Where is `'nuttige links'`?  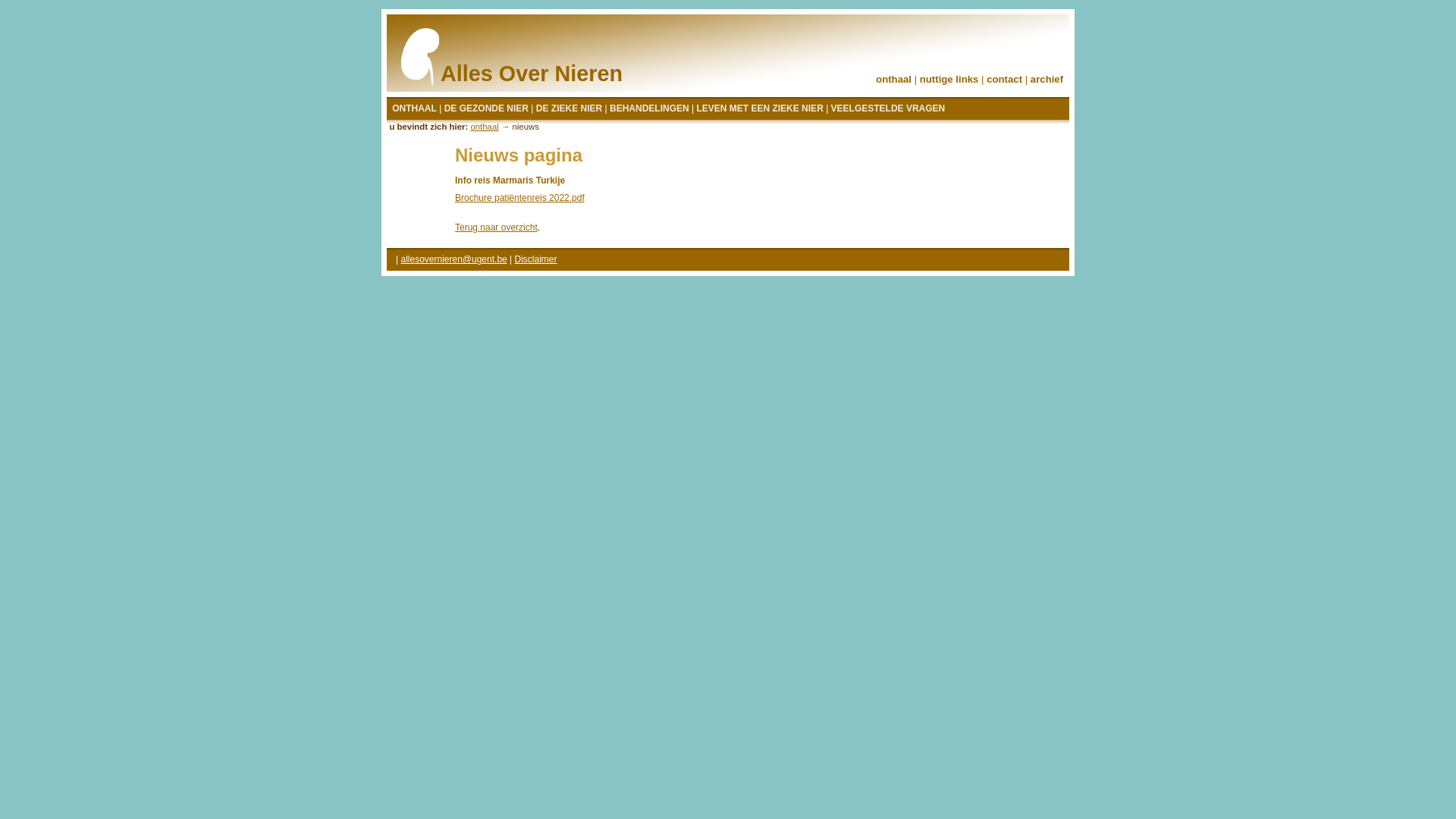
'nuttige links' is located at coordinates (919, 79).